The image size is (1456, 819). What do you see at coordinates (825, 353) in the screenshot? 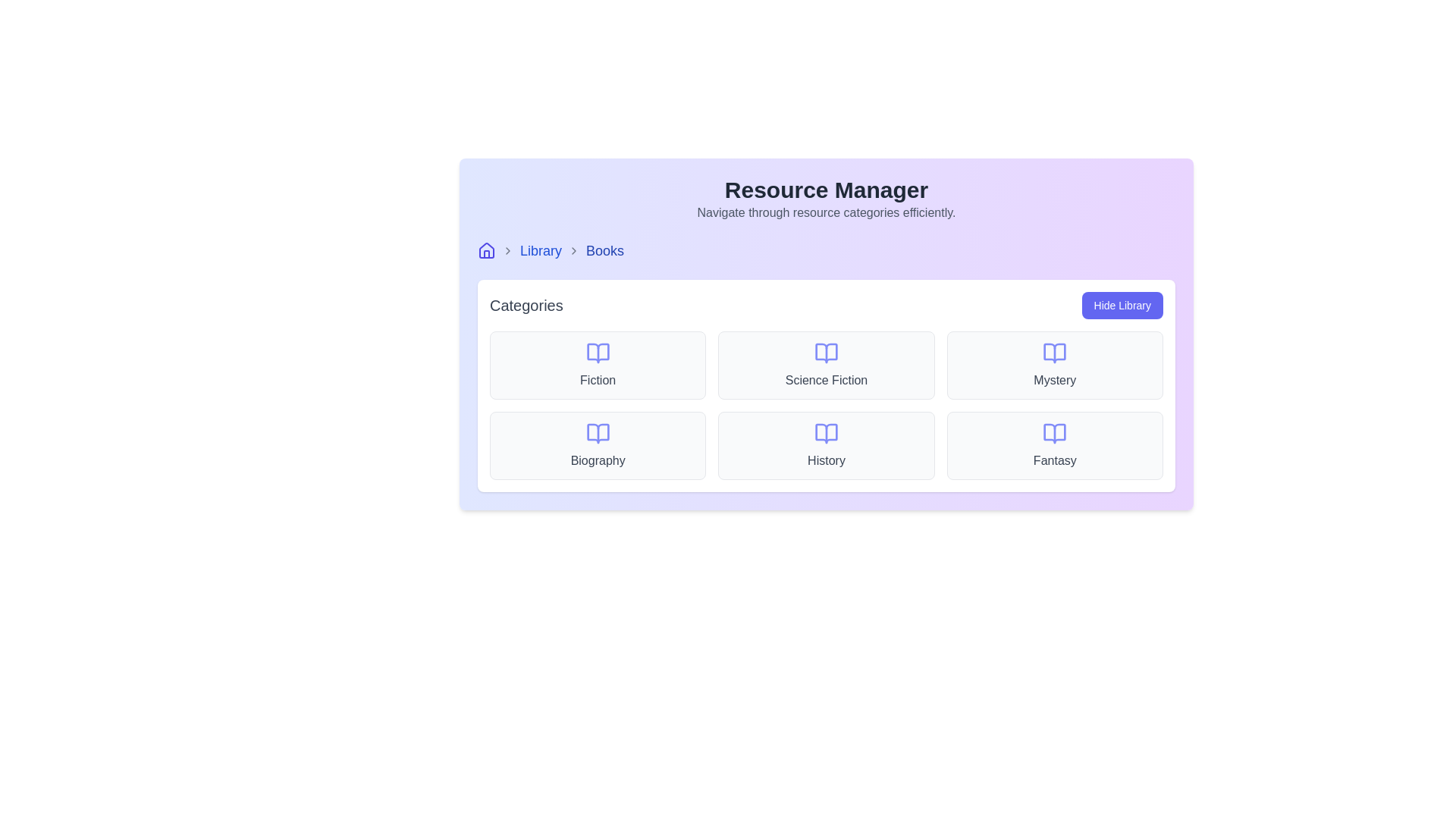
I see `the graphical icon shaped like an open book, which is the second icon in the 'Science Fiction' category card, centrally located in the top row of the categories grid` at bounding box center [825, 353].